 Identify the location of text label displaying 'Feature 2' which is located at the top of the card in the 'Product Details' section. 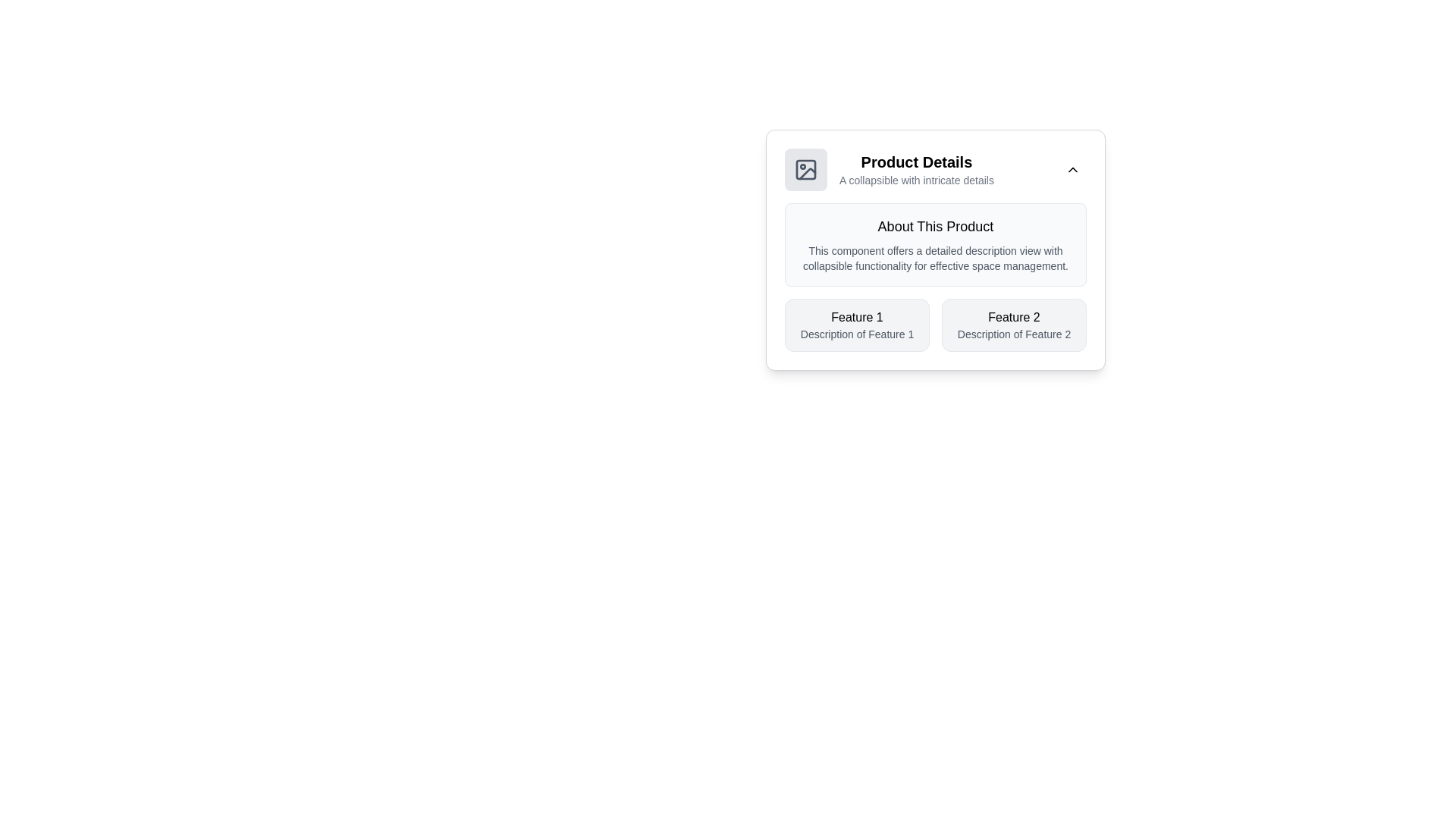
(1014, 317).